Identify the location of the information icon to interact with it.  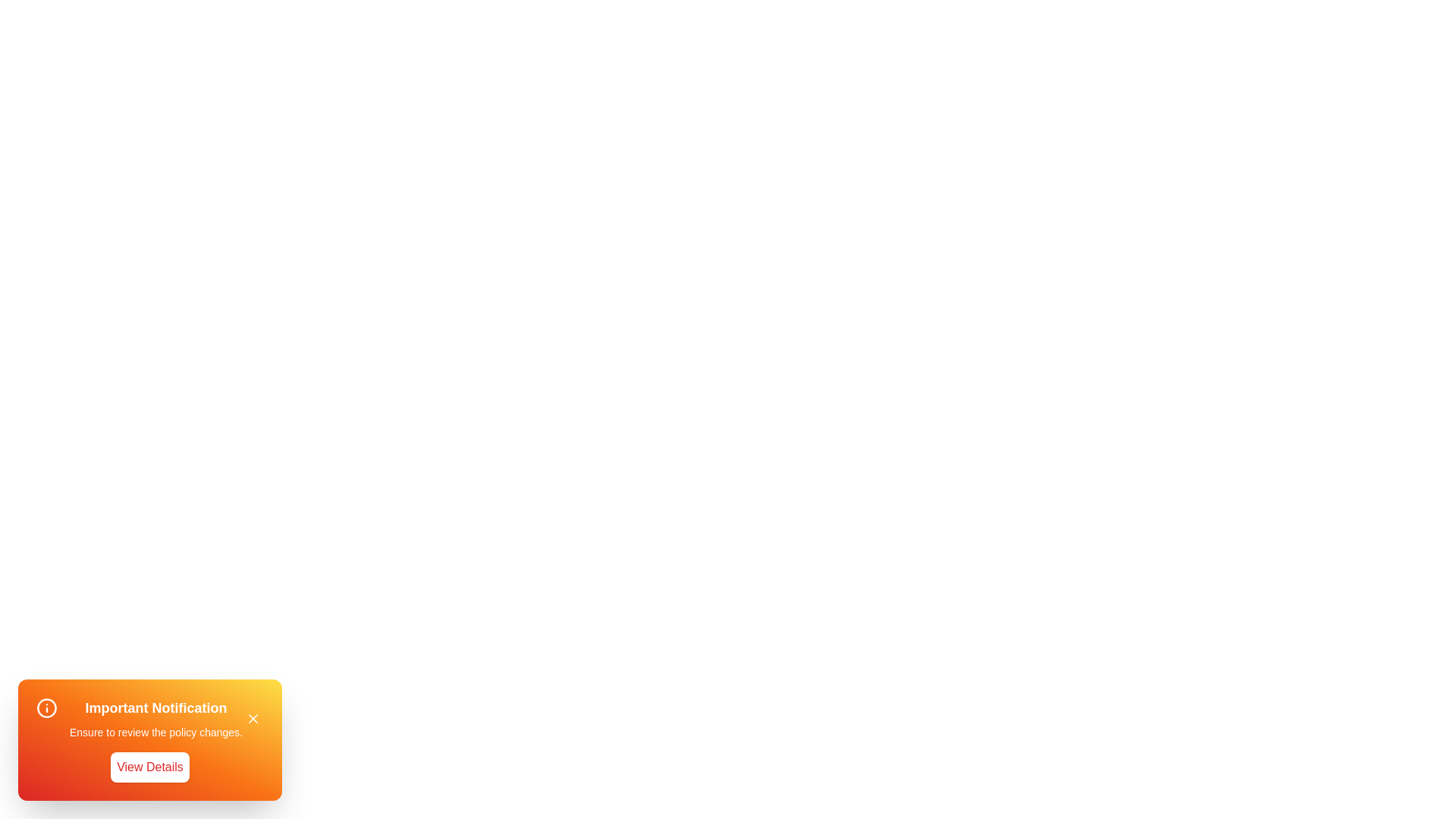
(47, 708).